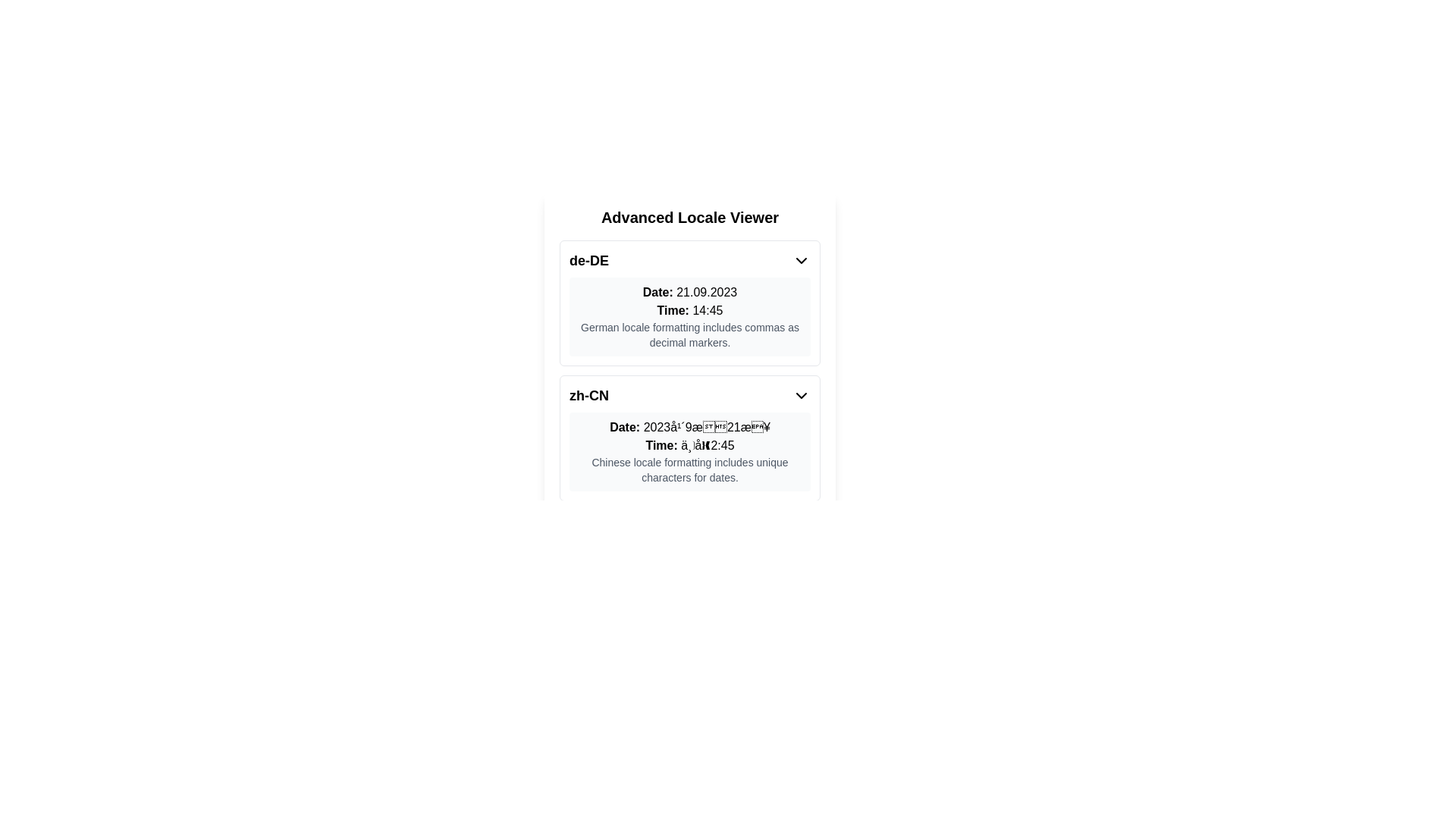 This screenshot has width=1456, height=819. Describe the element at coordinates (800, 394) in the screenshot. I see `the chevron-down icon located next to the 'zh-CN' label in the top-right corner` at that location.